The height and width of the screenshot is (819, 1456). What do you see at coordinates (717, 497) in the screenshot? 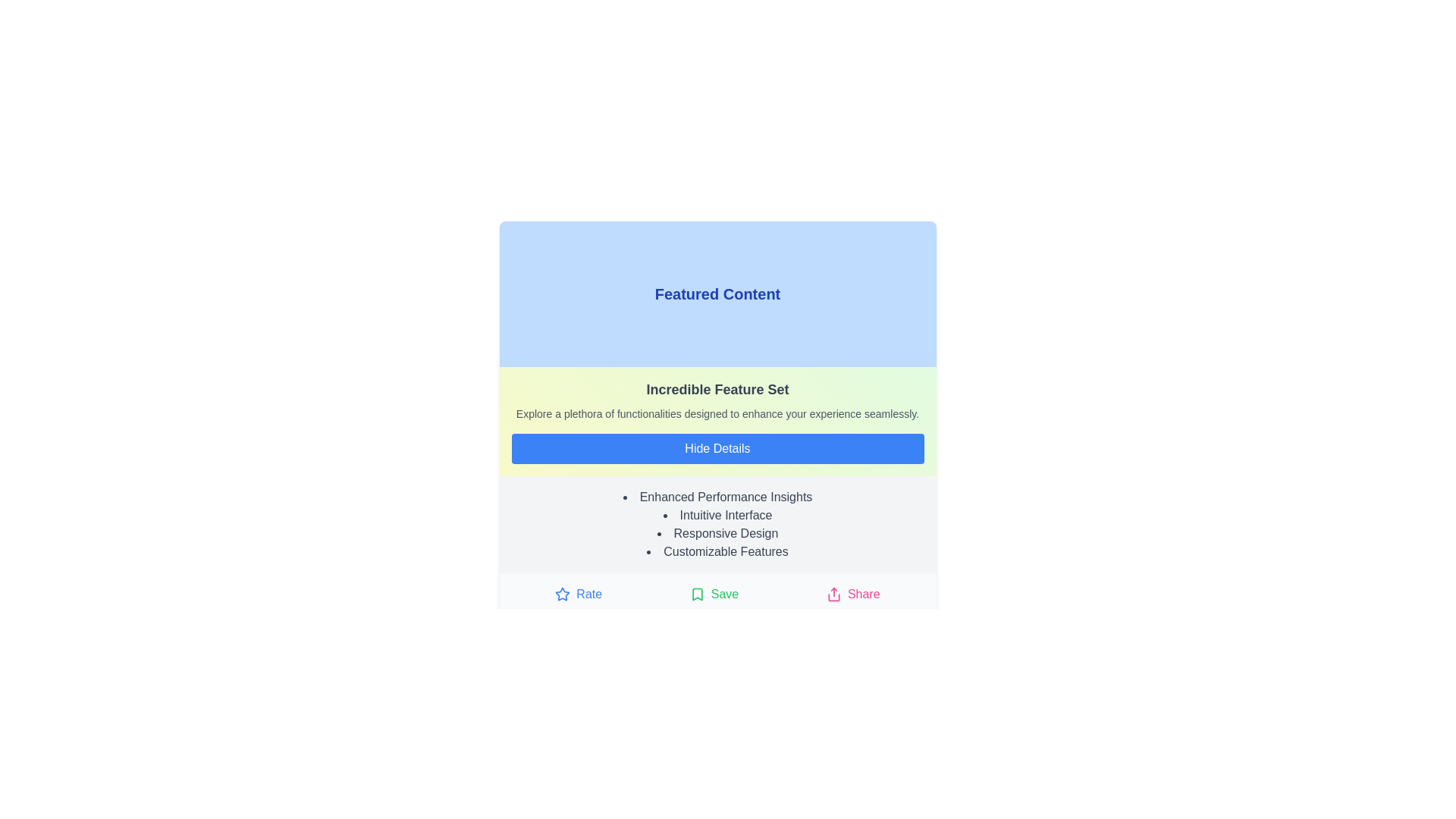
I see `the top-most text label under the 'Incredible Feature Set' section, which conveys a feature description and is not directly interactive` at bounding box center [717, 497].